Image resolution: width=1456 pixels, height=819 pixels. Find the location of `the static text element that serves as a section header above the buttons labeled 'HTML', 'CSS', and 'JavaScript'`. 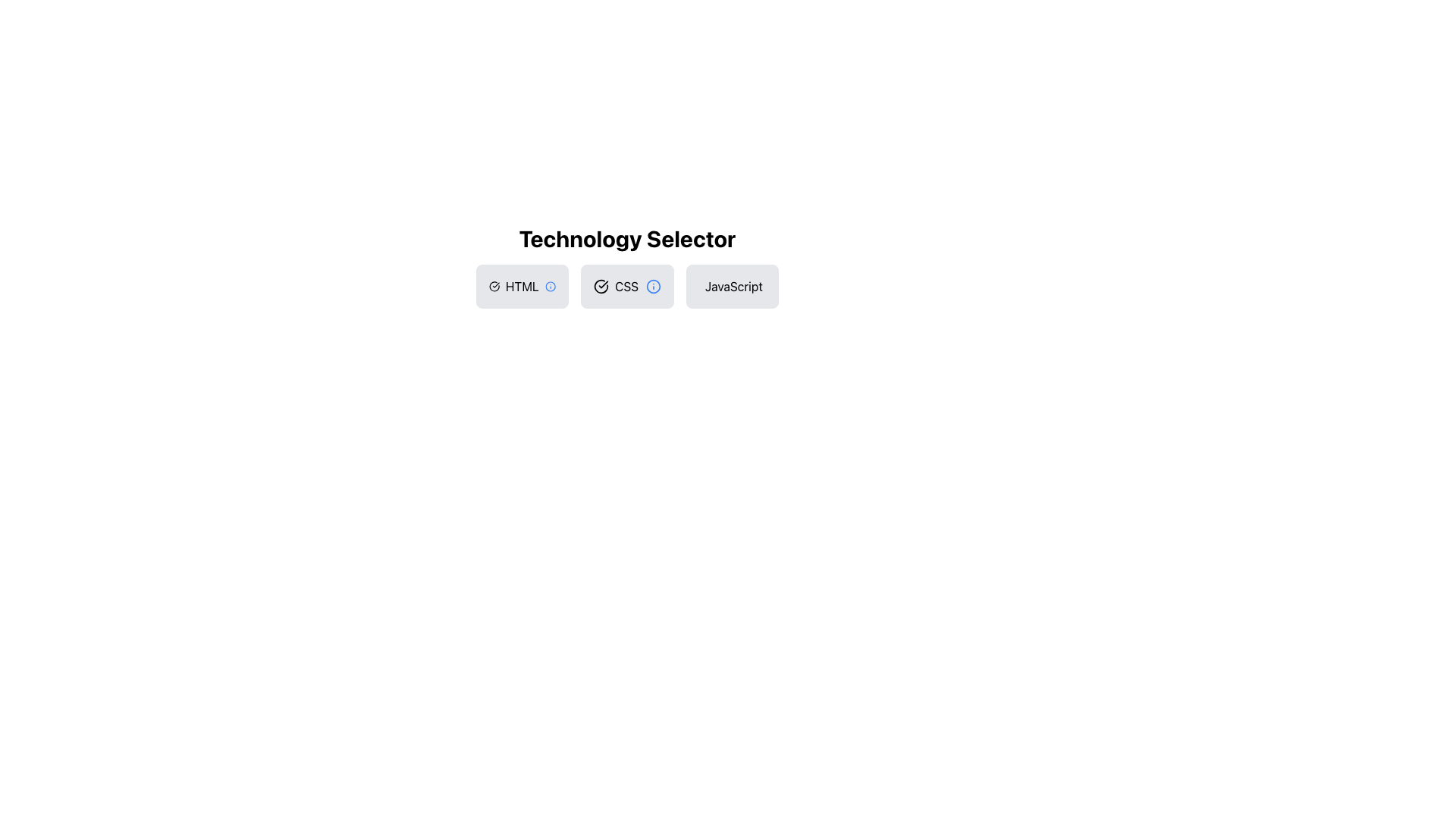

the static text element that serves as a section header above the buttons labeled 'HTML', 'CSS', and 'JavaScript' is located at coordinates (627, 239).